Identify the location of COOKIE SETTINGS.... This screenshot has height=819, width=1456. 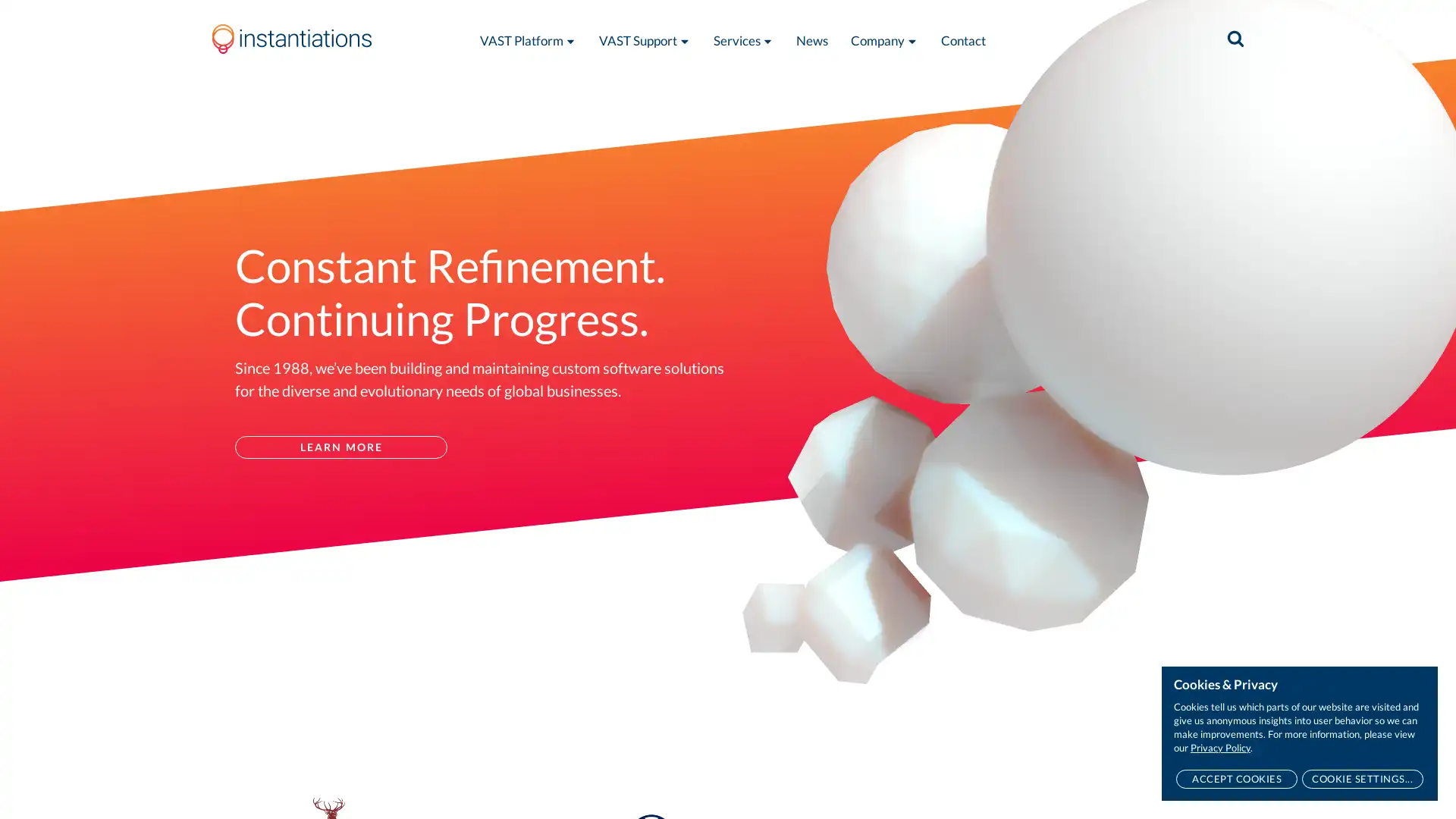
(1362, 779).